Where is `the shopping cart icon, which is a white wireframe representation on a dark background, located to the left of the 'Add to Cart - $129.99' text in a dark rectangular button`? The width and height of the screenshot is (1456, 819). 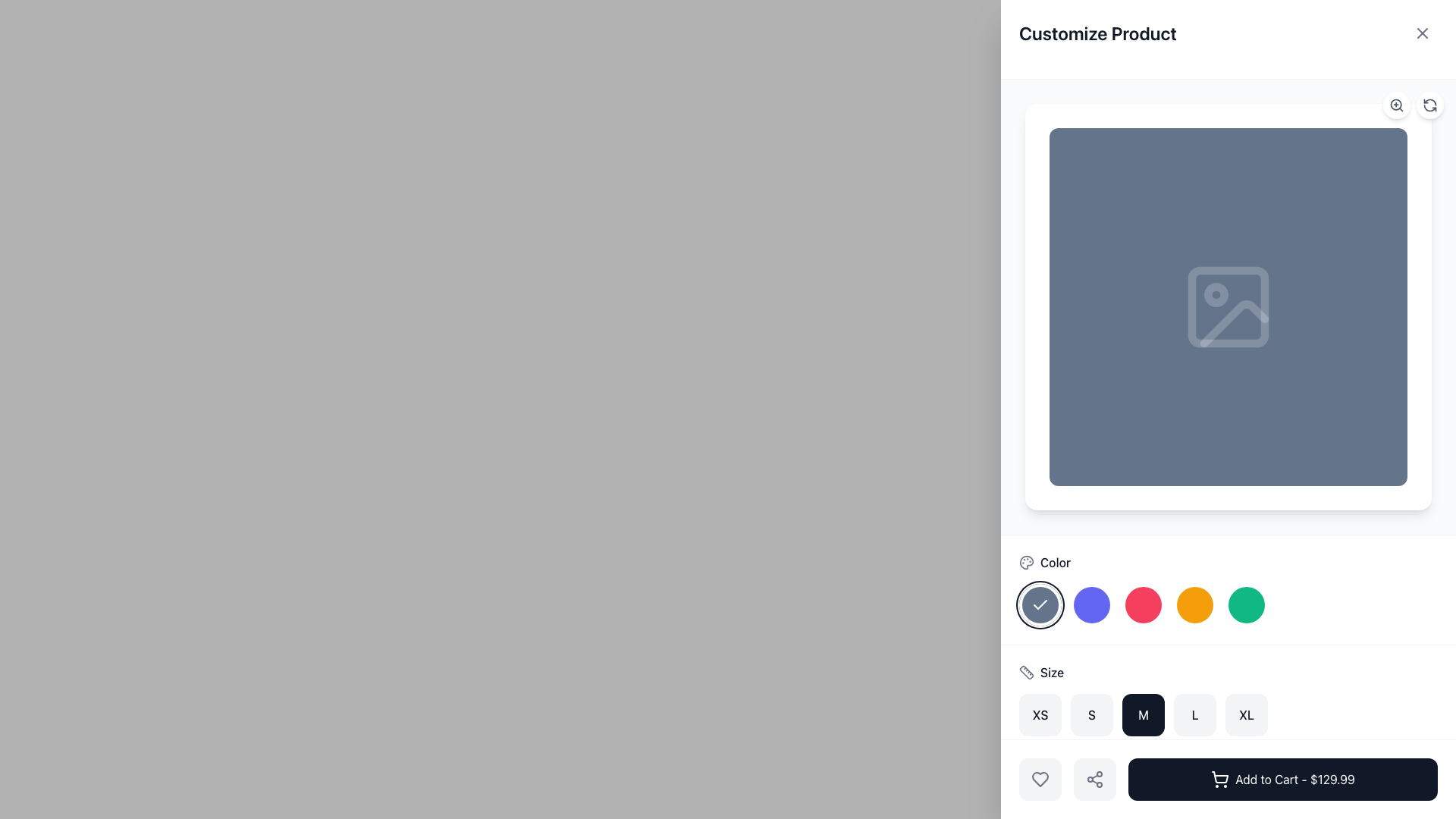
the shopping cart icon, which is a white wireframe representation on a dark background, located to the left of the 'Add to Cart - $129.99' text in a dark rectangular button is located at coordinates (1220, 780).